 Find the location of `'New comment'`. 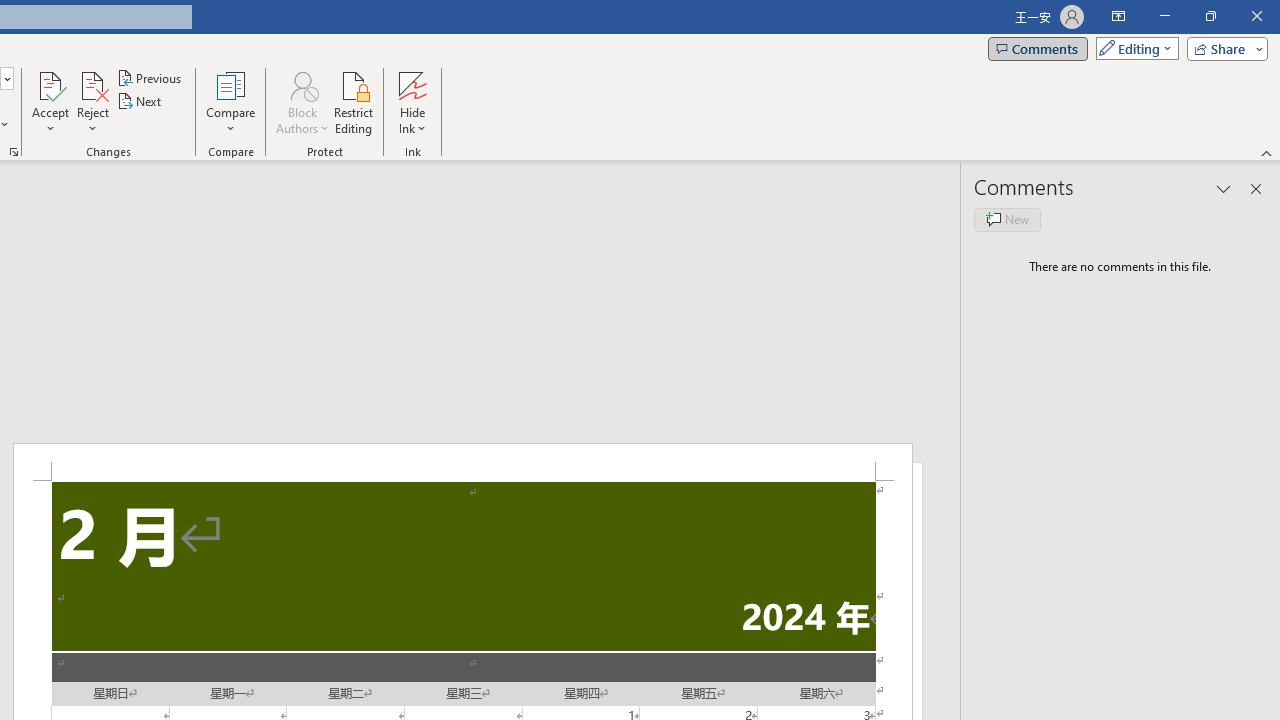

'New comment' is located at coordinates (1007, 219).